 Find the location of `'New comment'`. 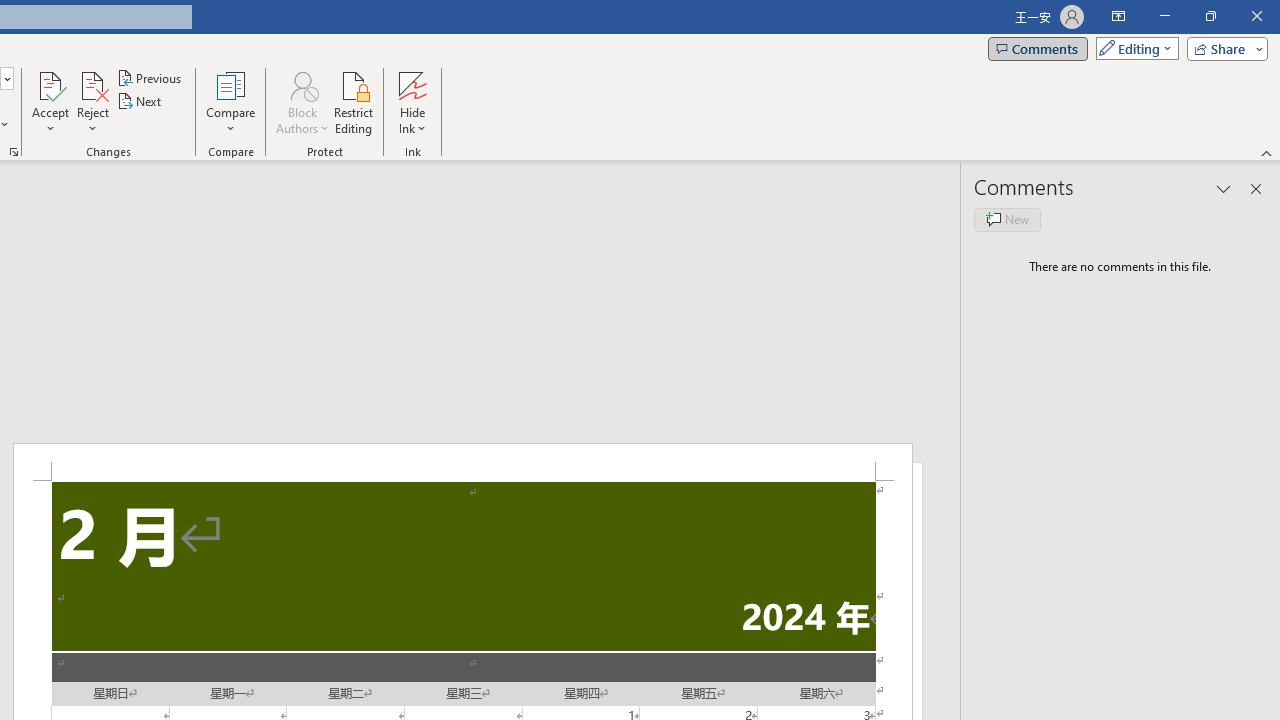

'New comment' is located at coordinates (1007, 219).